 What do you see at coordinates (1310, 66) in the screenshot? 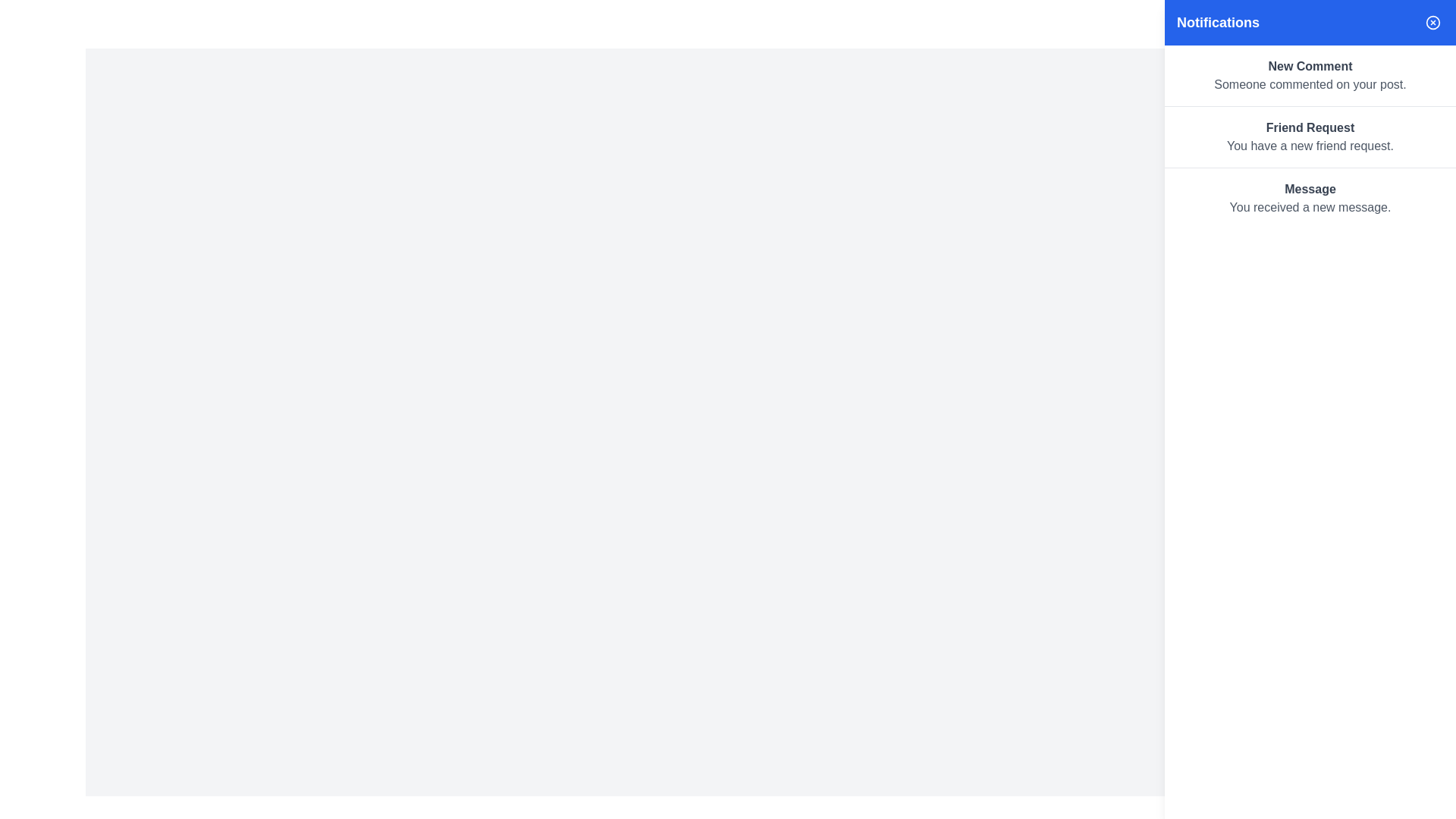
I see `the 'New Comment' text label in the top-left area of the notifications section to interact with the notification` at bounding box center [1310, 66].